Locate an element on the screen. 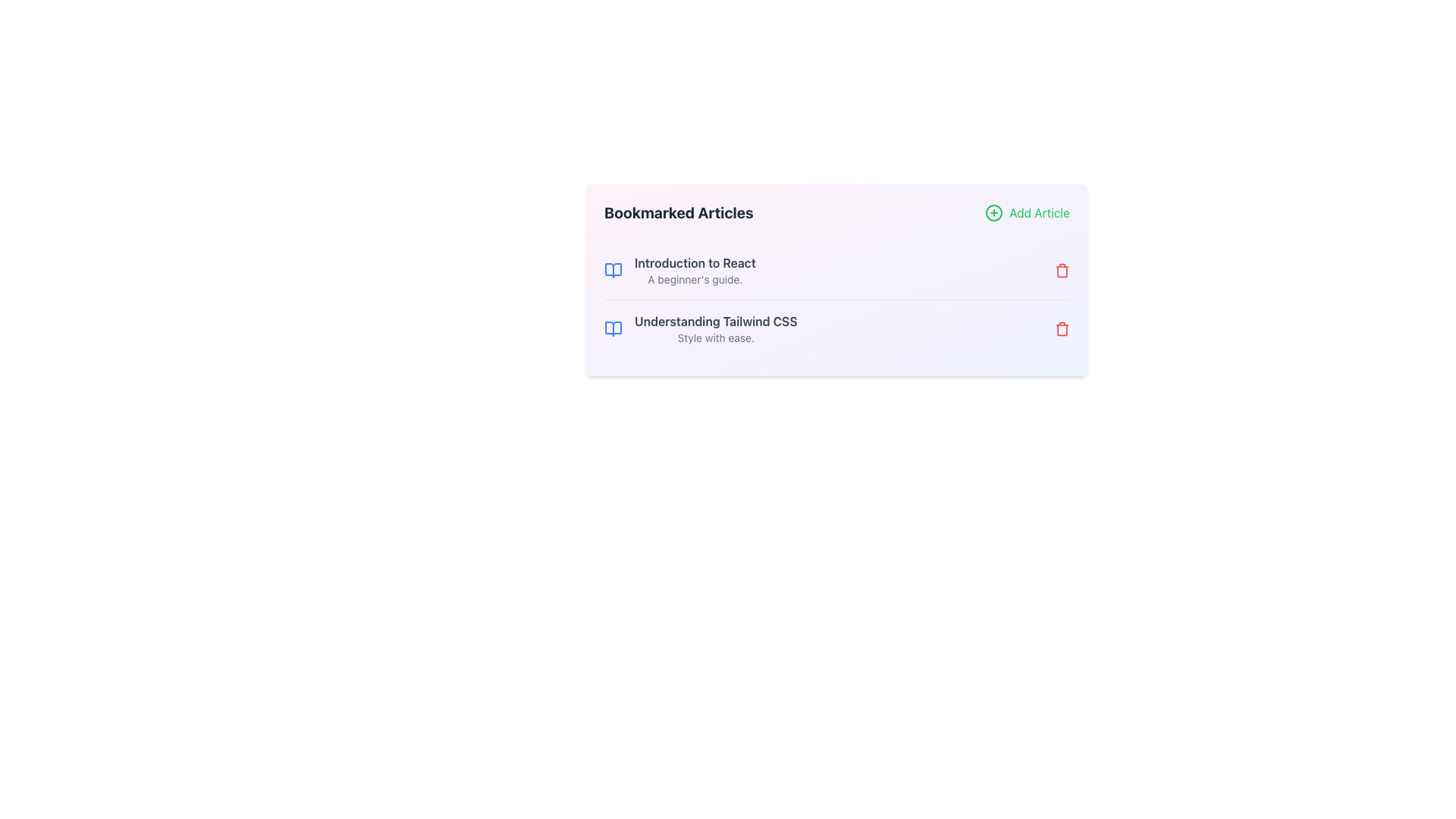 The height and width of the screenshot is (819, 1456). the 'Add Article' button located in the top-right corner of the 'Bookmarked Articles' header section is located at coordinates (1027, 213).